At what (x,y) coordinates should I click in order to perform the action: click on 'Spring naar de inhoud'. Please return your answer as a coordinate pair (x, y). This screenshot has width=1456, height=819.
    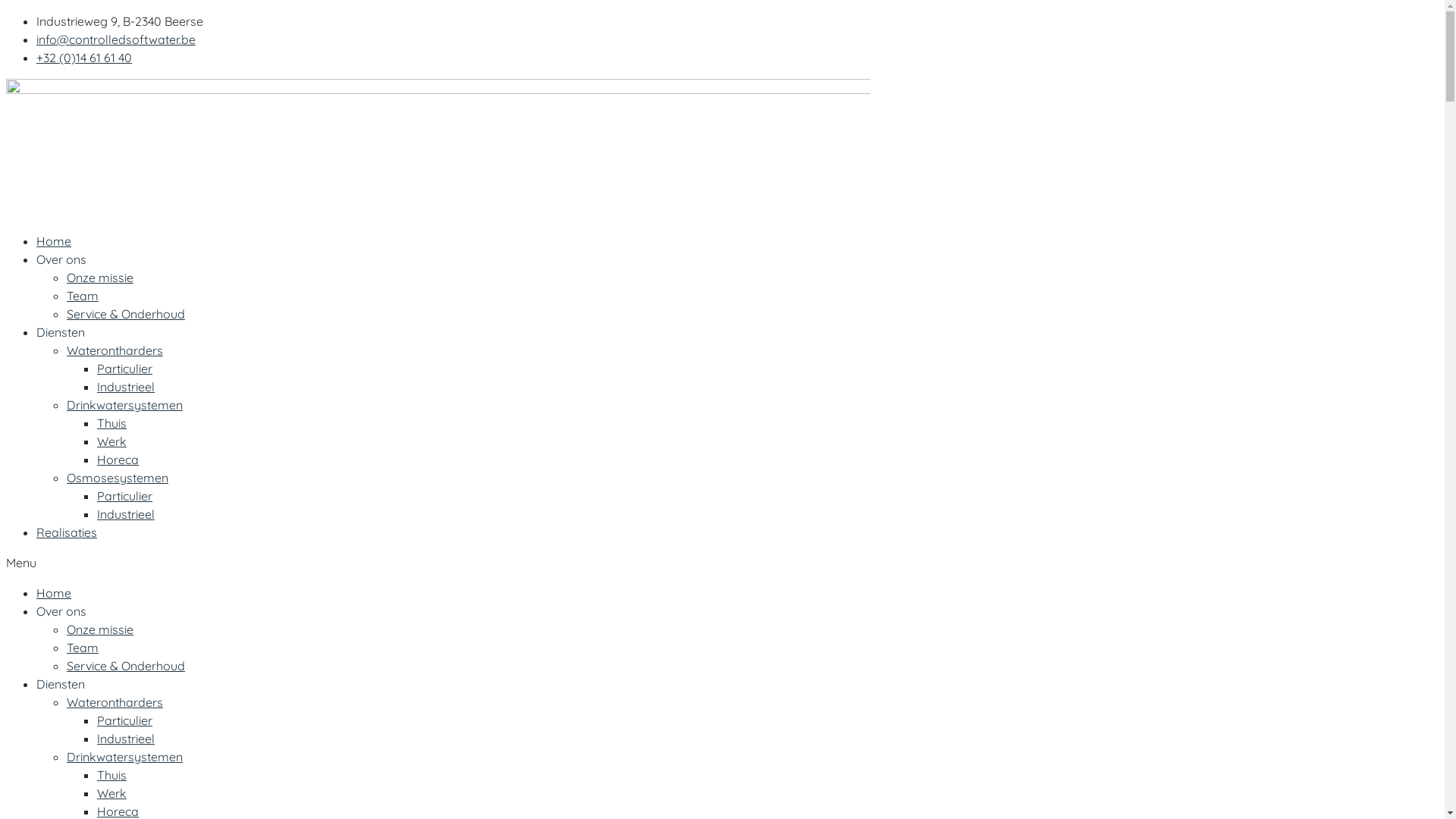
    Looking at the image, I should click on (5, 11).